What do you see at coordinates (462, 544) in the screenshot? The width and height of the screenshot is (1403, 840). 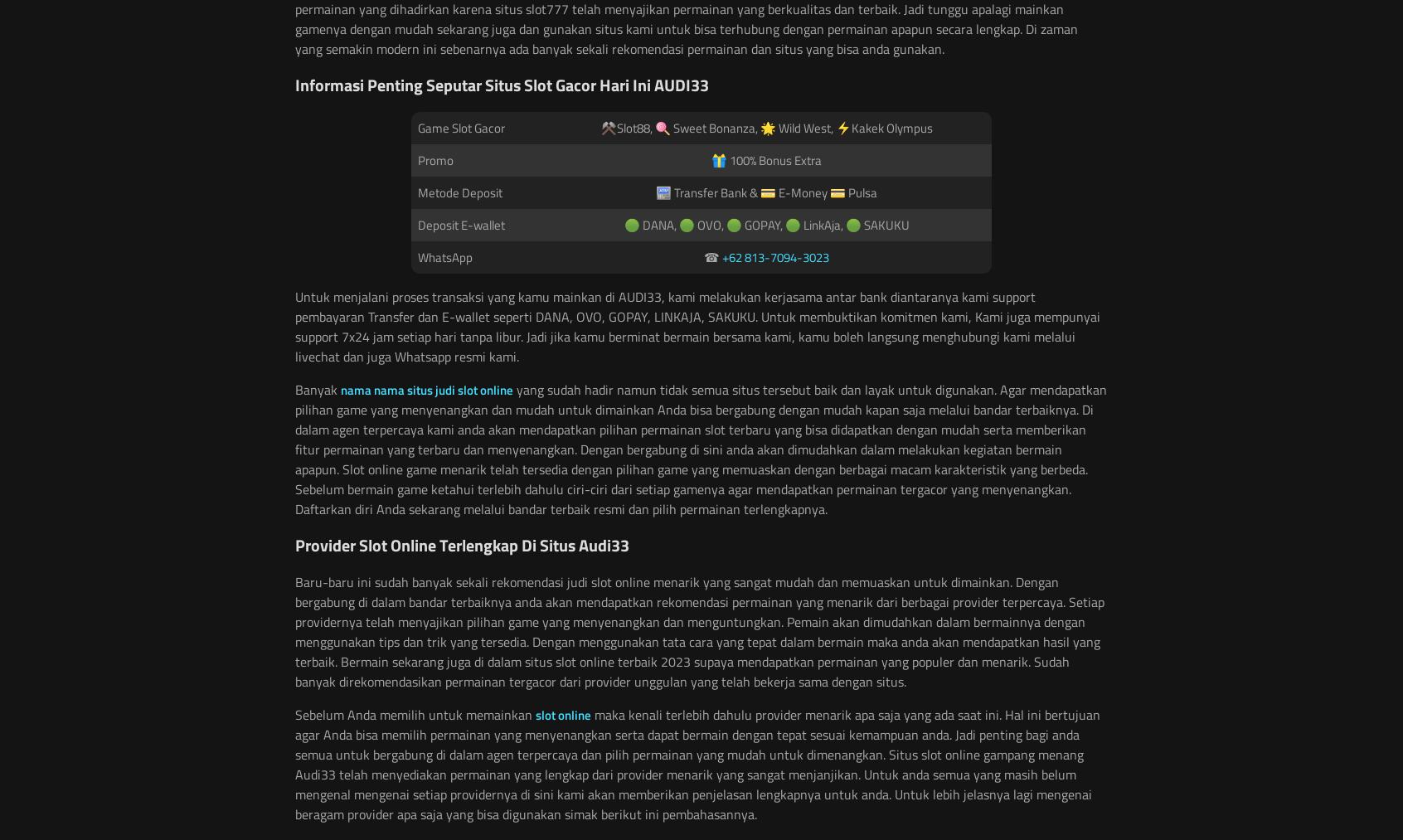 I see `'Provider Slot Online Terlengkap Di Situs Audi33'` at bounding box center [462, 544].